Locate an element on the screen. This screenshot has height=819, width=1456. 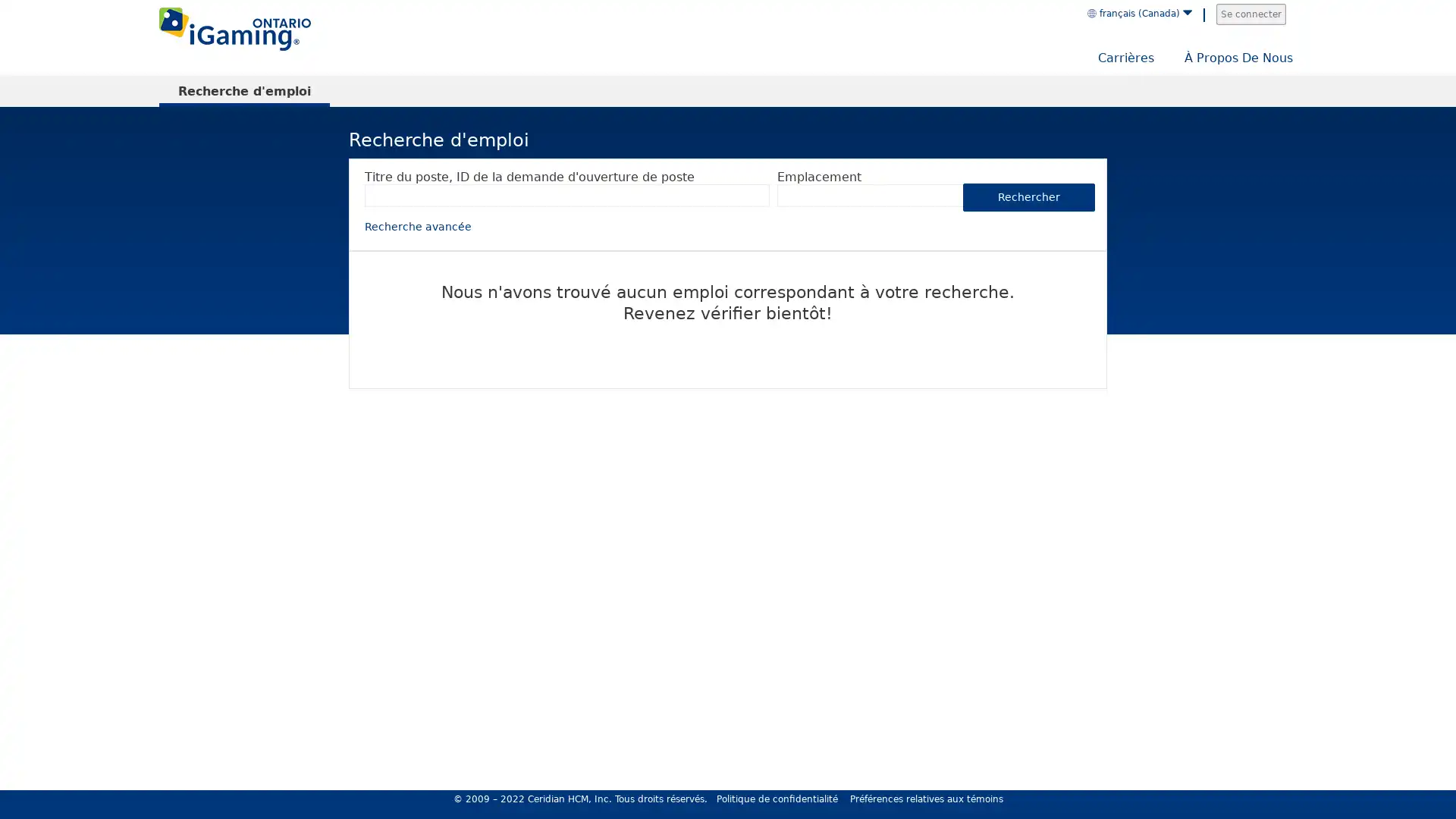
Annuler is located at coordinates (1440, 536).